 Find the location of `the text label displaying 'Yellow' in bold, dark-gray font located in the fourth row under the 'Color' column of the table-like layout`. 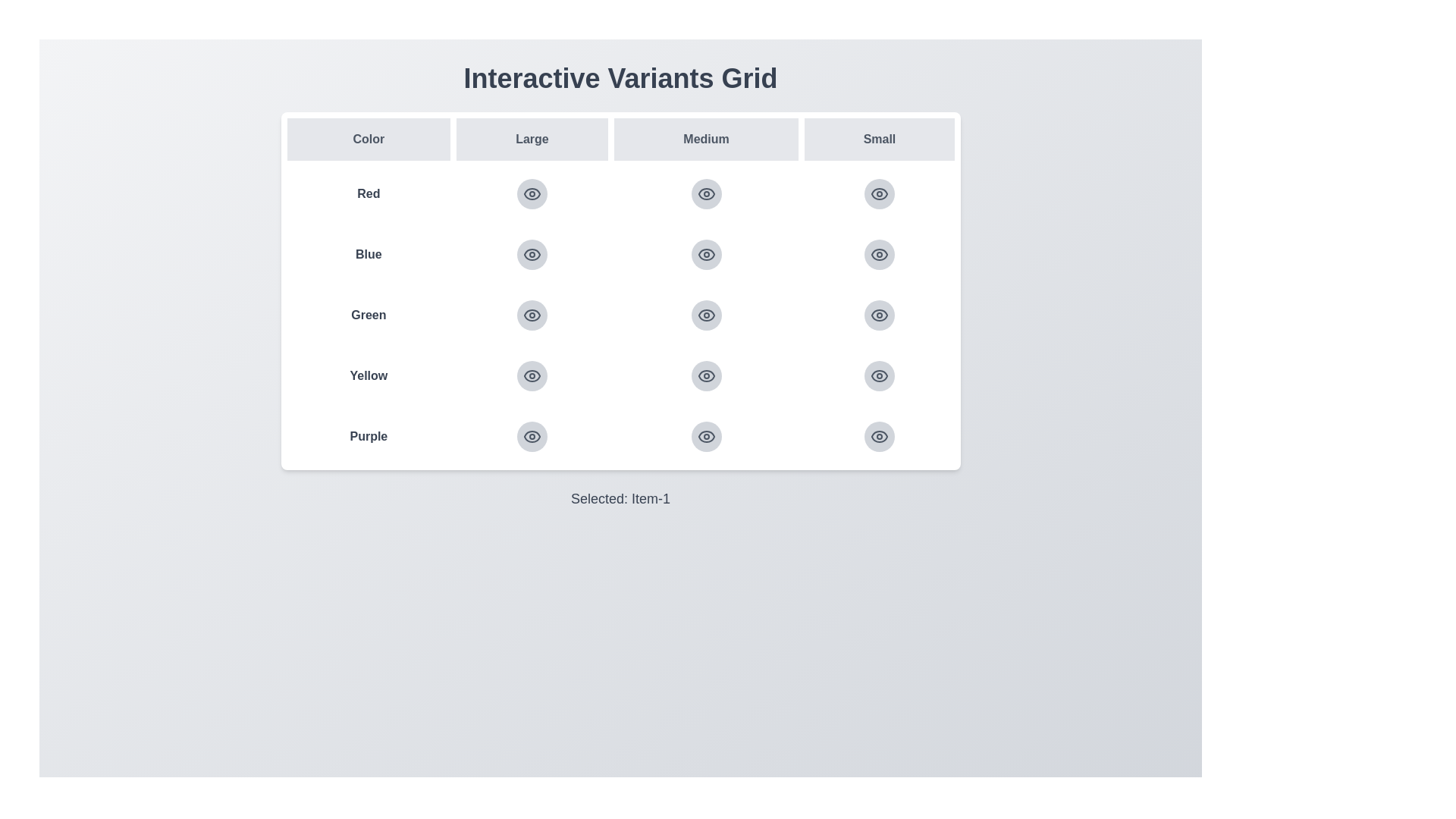

the text label displaying 'Yellow' in bold, dark-gray font located in the fourth row under the 'Color' column of the table-like layout is located at coordinates (369, 375).